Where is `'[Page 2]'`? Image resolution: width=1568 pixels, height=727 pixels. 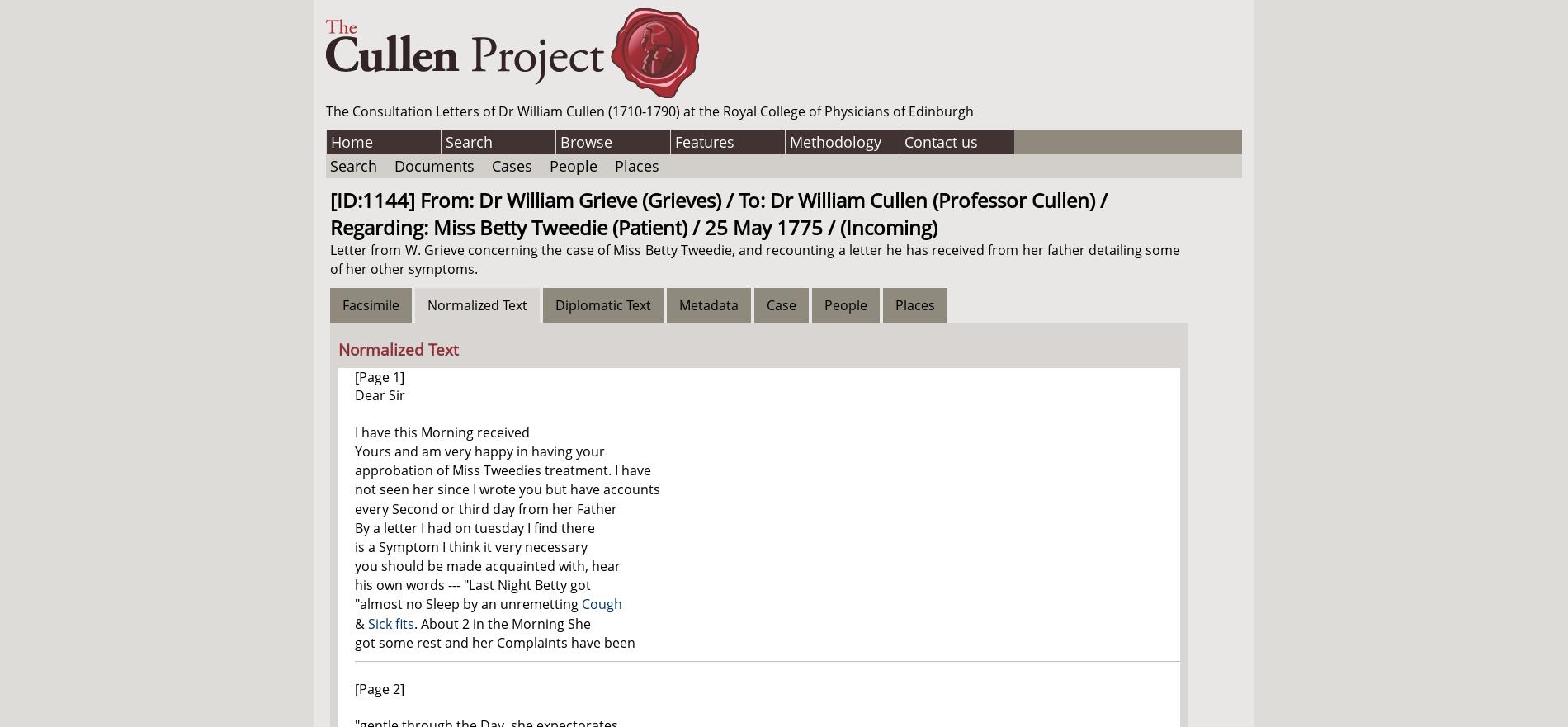 '[Page 2]' is located at coordinates (378, 688).